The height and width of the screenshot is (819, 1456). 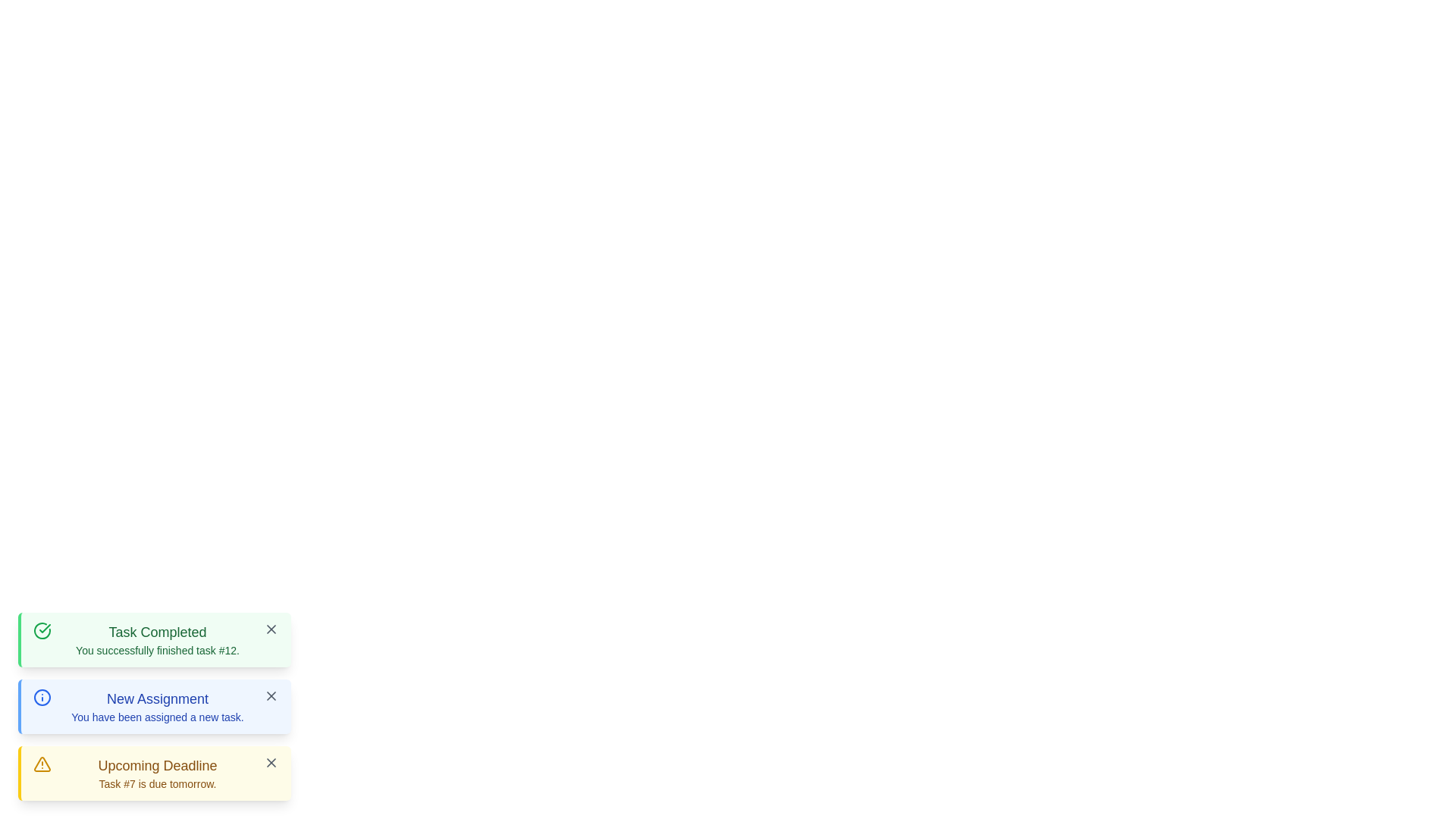 I want to click on the Informational Notification Box with a blue background that displays the title 'New Assignment' and the text 'You have been assigned a new task.' This box is positioned below a green notification and above a yellow one, so click(x=154, y=707).